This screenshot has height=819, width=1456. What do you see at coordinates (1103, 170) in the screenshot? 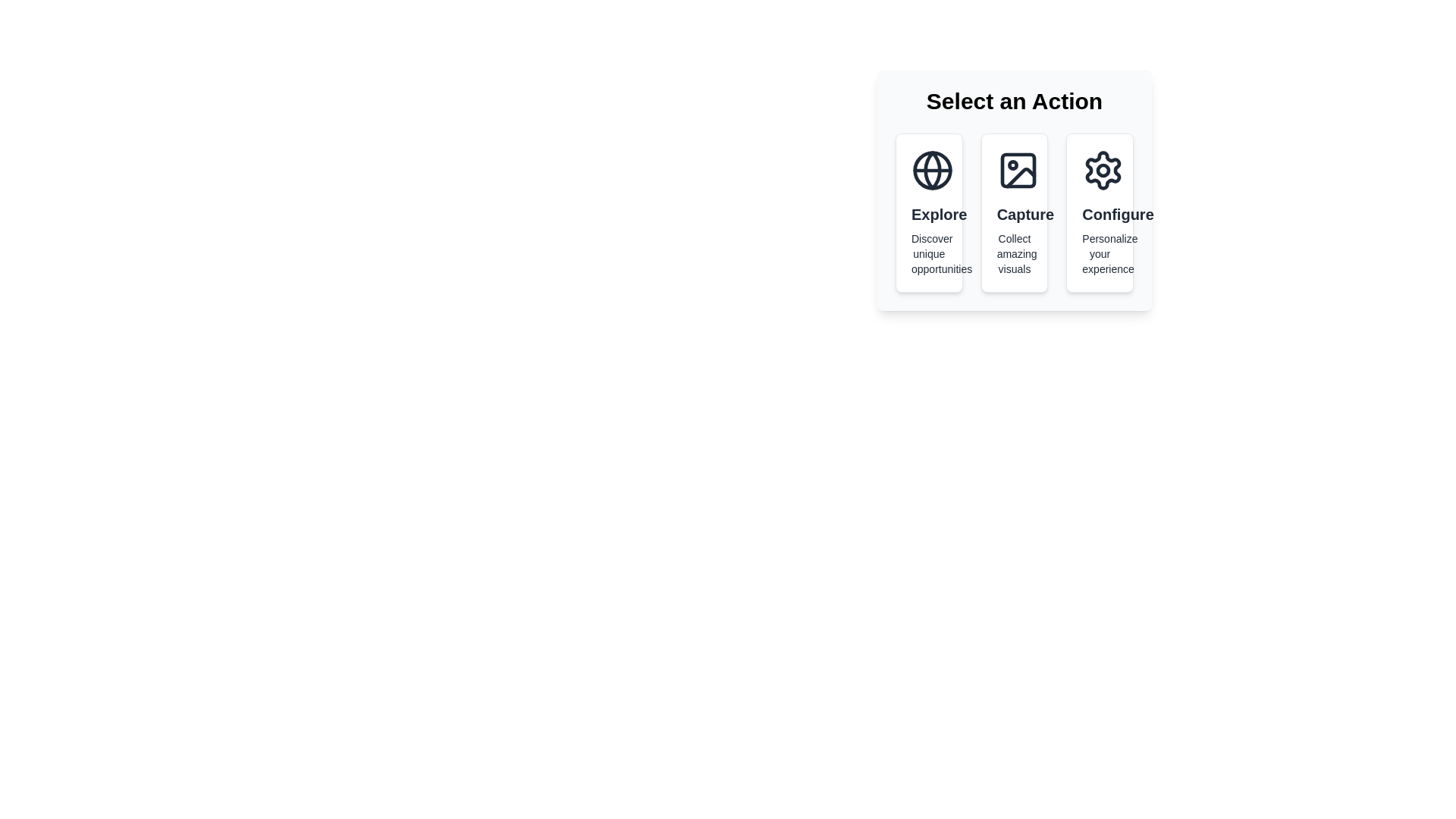
I see `the decorative SVG element that represents the inner circle of the gear graphic, located in the middle of the 'Configure' settings icon on the far right of the three-icon row under the 'Select an Action' section` at bounding box center [1103, 170].